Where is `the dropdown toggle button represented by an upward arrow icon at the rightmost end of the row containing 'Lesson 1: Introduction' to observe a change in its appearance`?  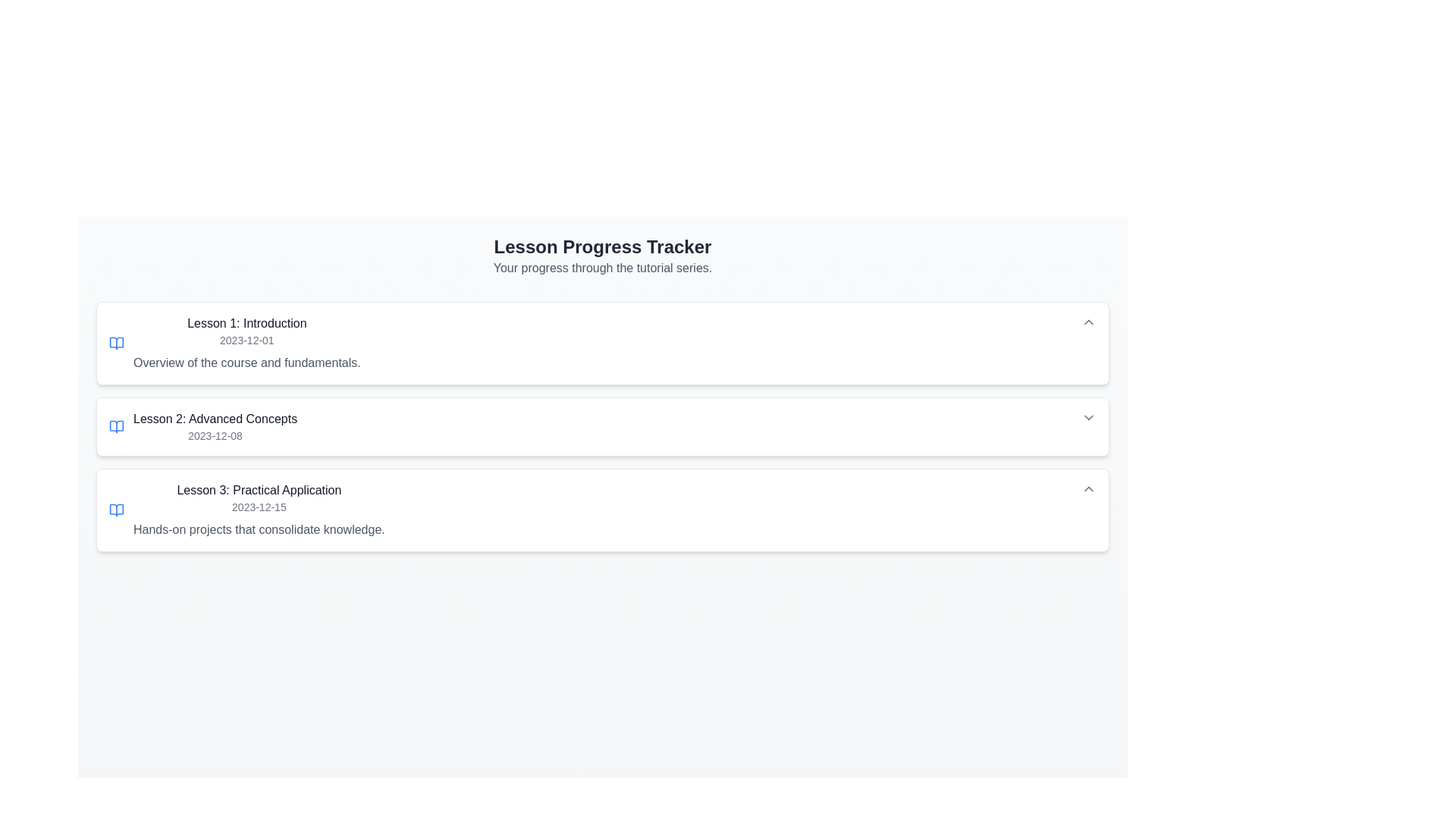
the dropdown toggle button represented by an upward arrow icon at the rightmost end of the row containing 'Lesson 1: Introduction' to observe a change in its appearance is located at coordinates (1087, 321).